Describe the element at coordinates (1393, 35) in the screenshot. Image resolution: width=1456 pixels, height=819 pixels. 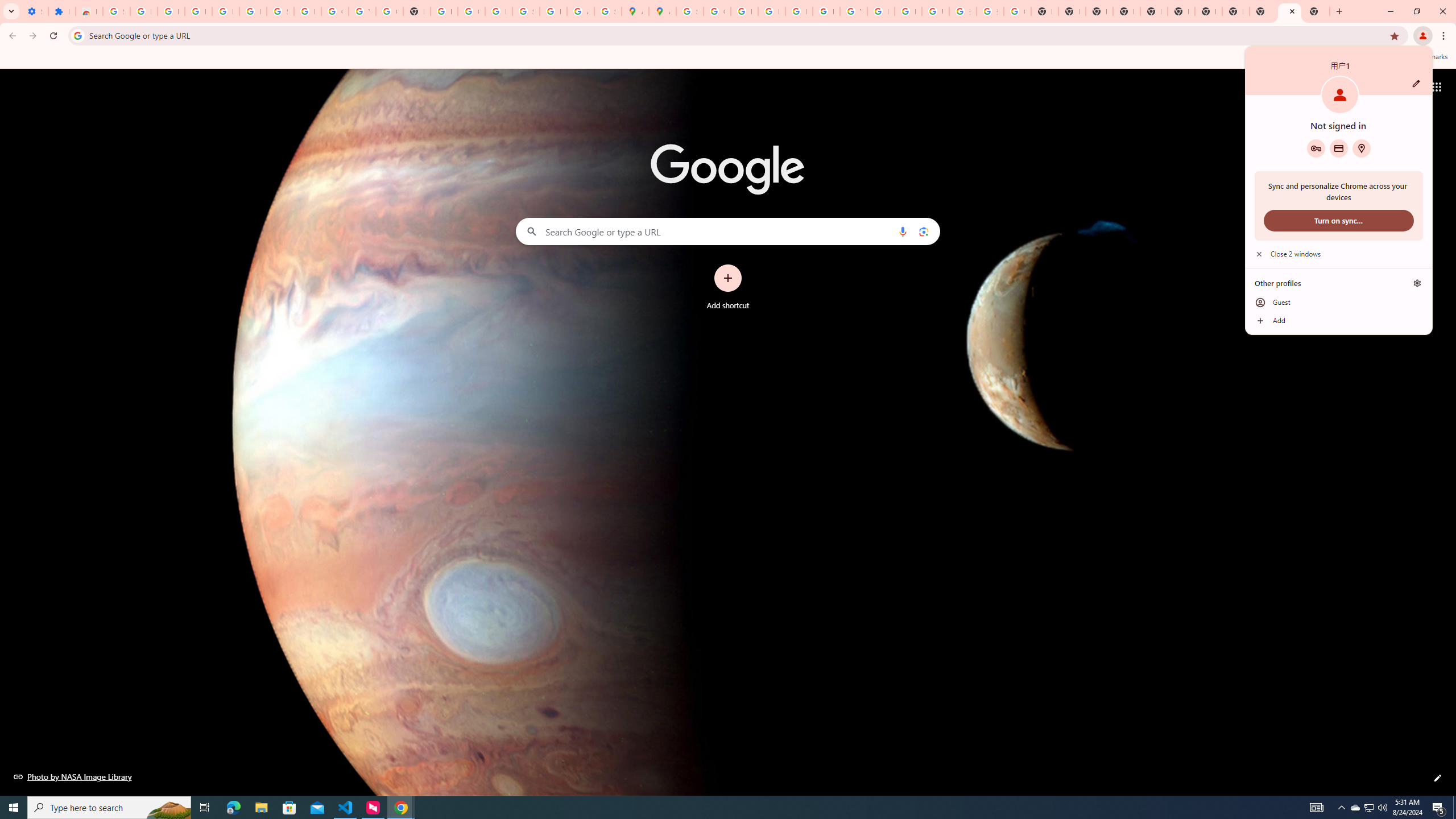
I see `'Bookmark this tab'` at that location.